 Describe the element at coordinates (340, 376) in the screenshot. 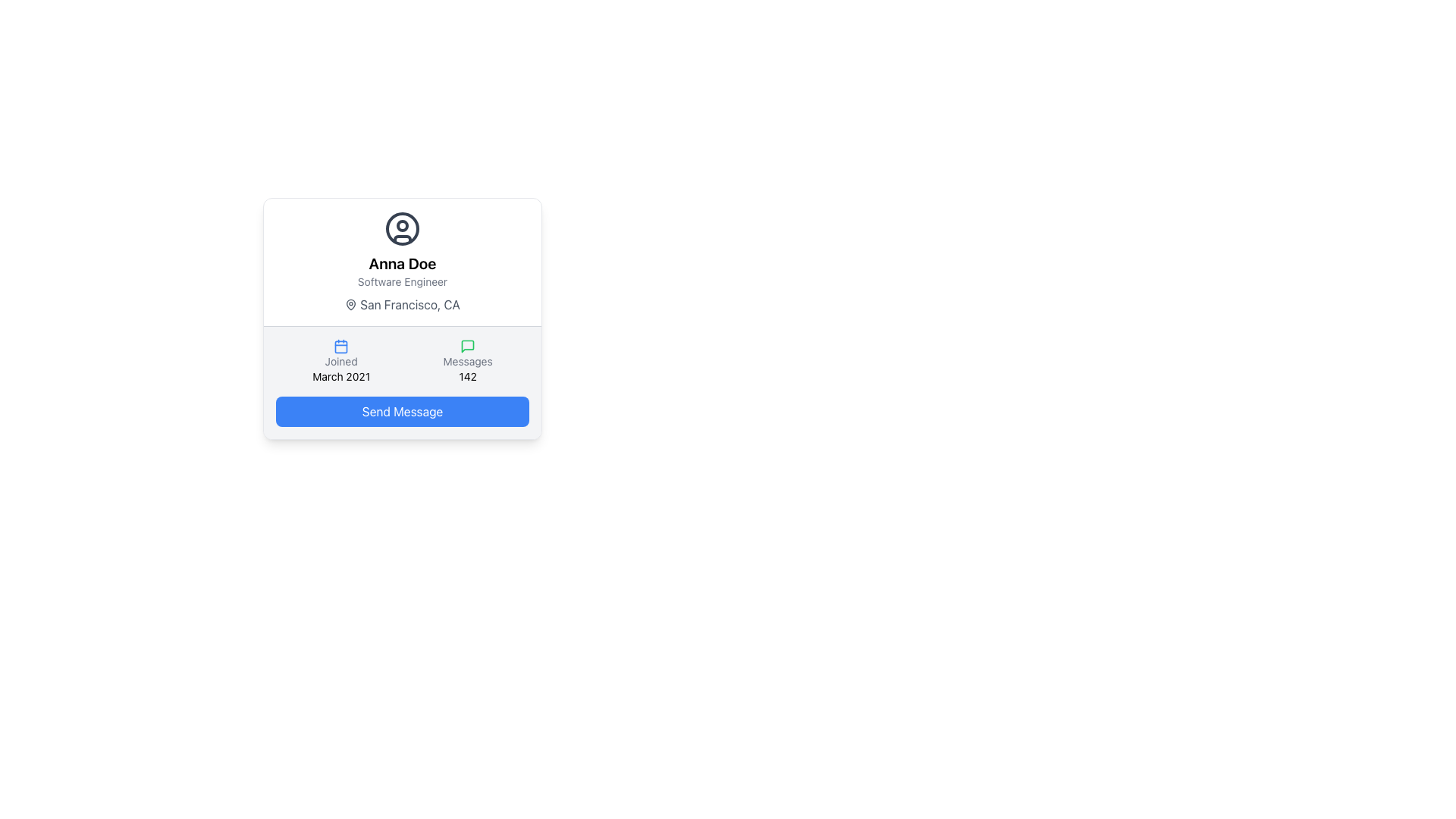

I see `the text label displaying 'March 2021', which is located beneath the word 'Joined' and is part of a section with a calendar icon` at that location.